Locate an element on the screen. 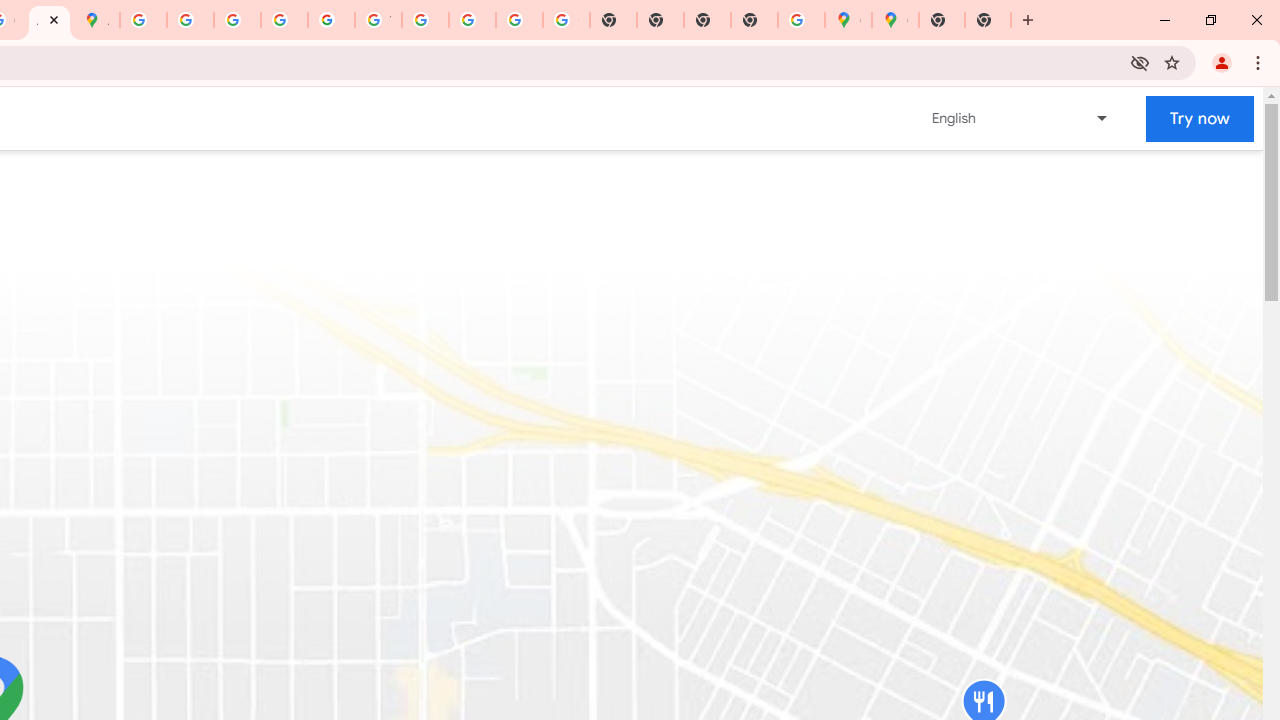  'Change language or region' is located at coordinates (1021, 118).